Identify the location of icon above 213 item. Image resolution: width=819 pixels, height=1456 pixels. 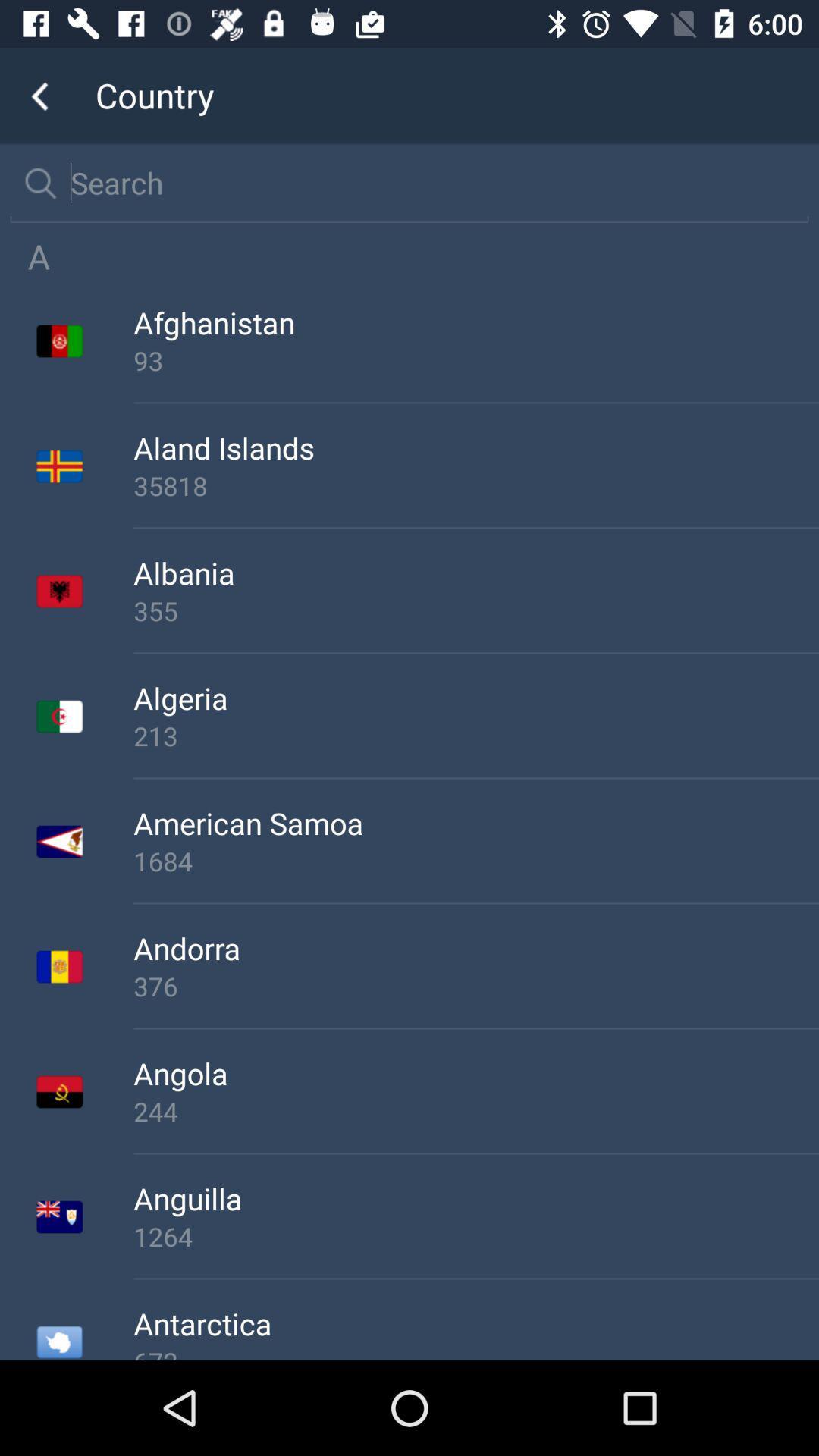
(475, 697).